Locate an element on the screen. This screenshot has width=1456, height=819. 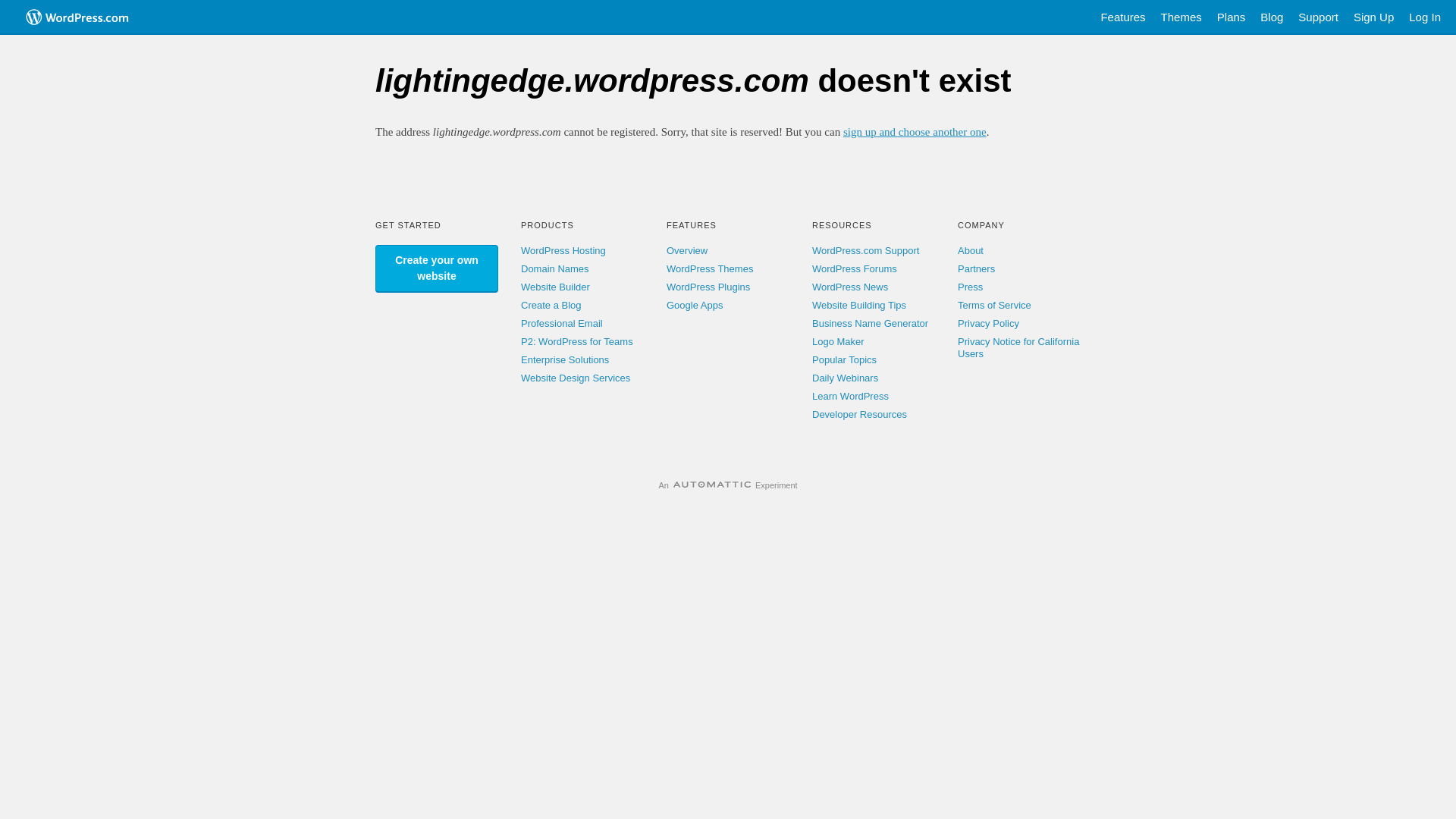
'Create your own website' is located at coordinates (436, 268).